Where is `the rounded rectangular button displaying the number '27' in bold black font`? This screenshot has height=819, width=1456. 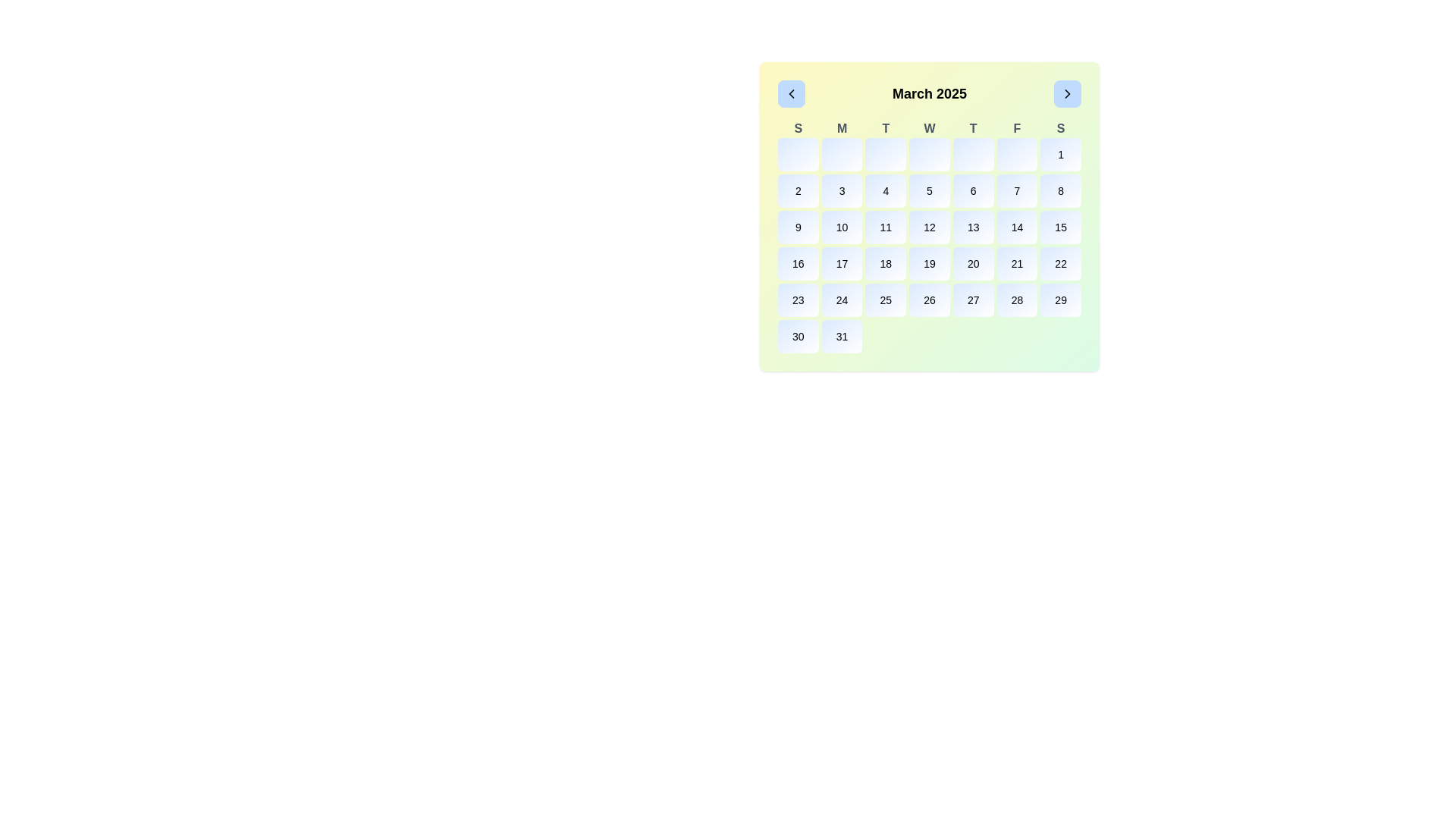
the rounded rectangular button displaying the number '27' in bold black font is located at coordinates (973, 300).